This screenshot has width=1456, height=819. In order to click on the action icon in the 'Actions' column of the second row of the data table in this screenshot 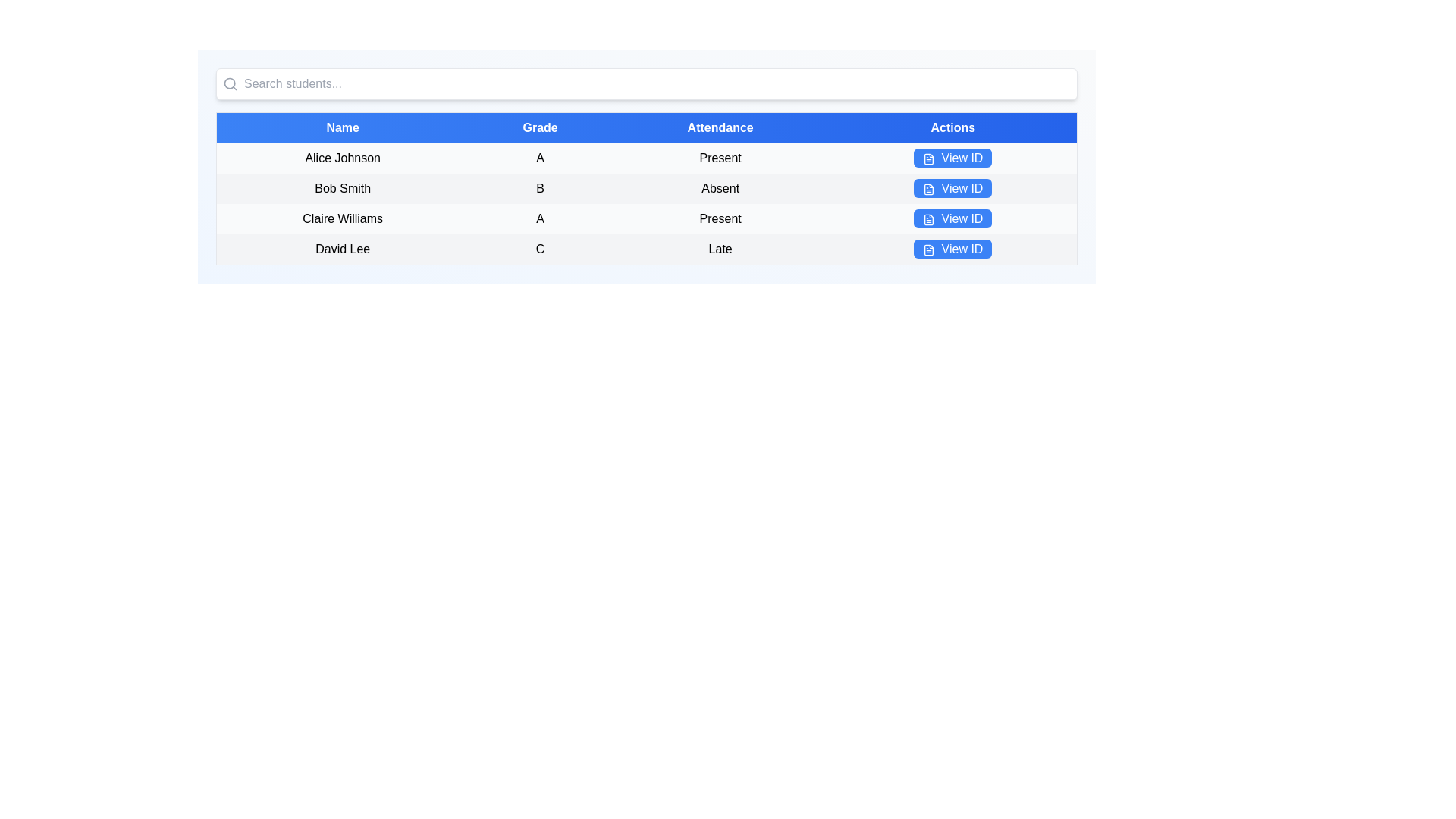, I will do `click(928, 188)`.